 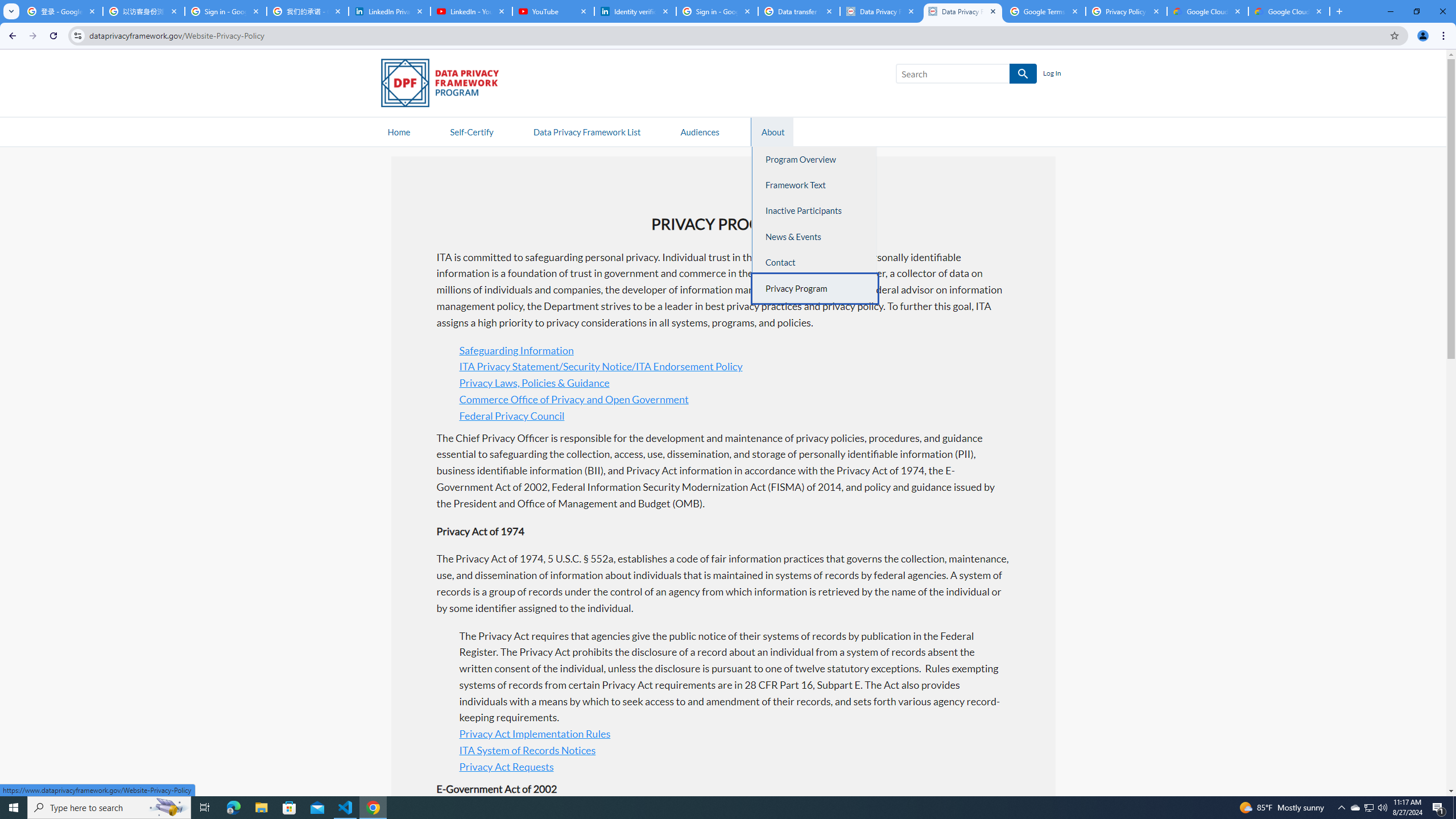 I want to click on 'Data Privacy Framework Logo - Link to Homepage', so click(x=445, y=85).